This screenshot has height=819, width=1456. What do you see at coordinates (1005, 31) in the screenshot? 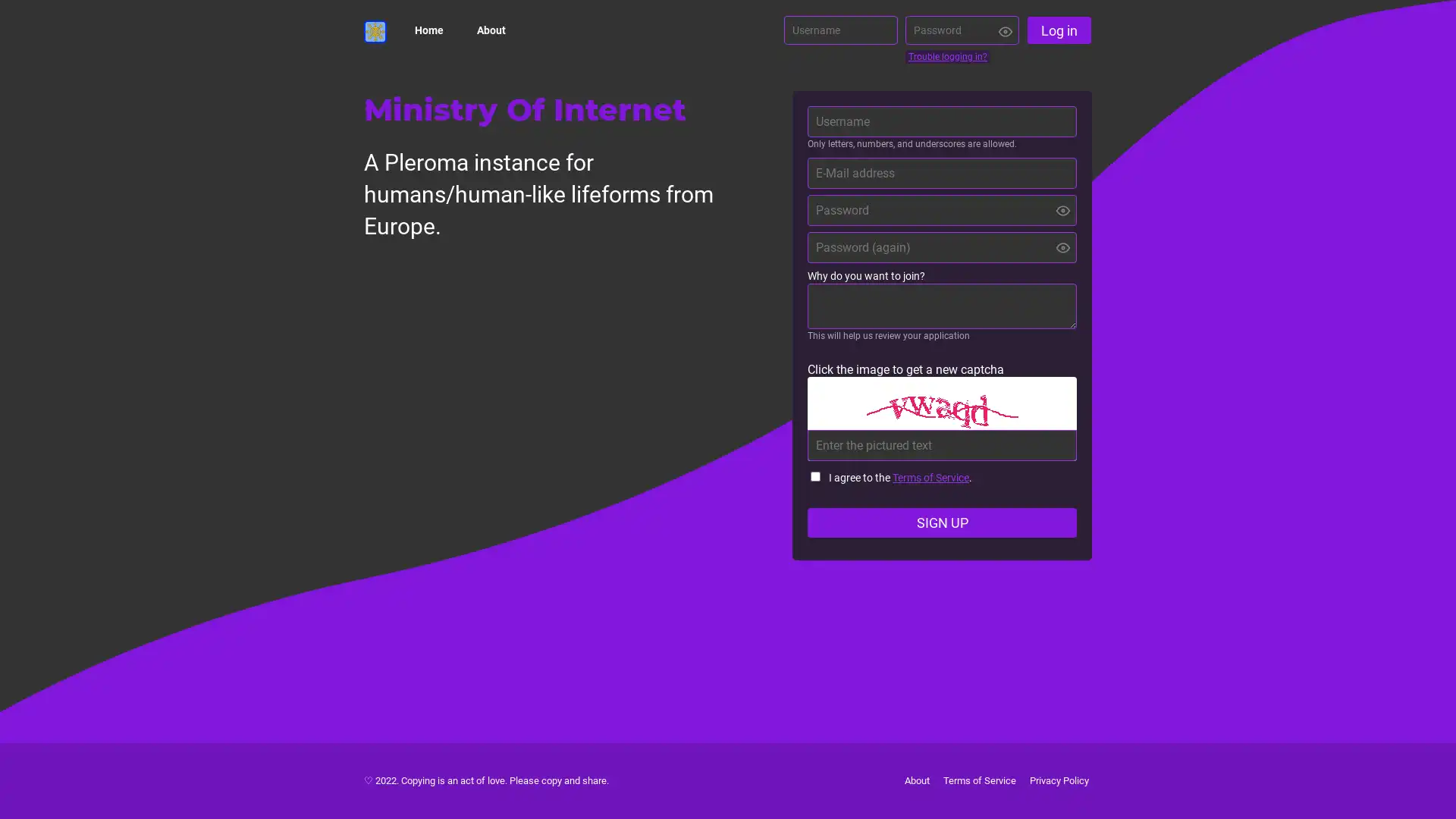
I see `Show password` at bounding box center [1005, 31].